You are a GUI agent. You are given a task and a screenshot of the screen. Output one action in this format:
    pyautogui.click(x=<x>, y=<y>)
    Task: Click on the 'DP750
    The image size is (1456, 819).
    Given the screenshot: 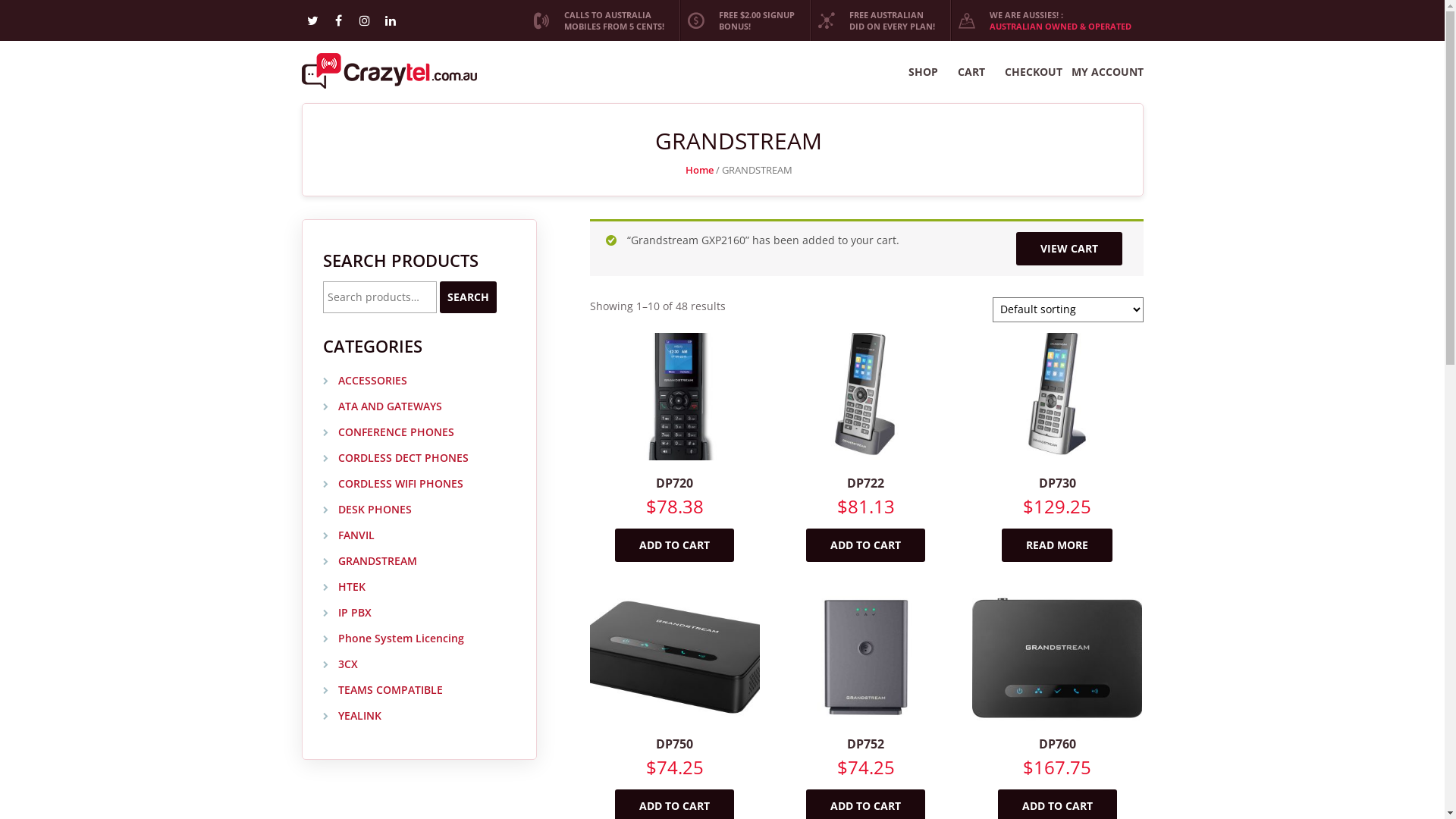 What is the action you would take?
    pyautogui.click(x=673, y=703)
    